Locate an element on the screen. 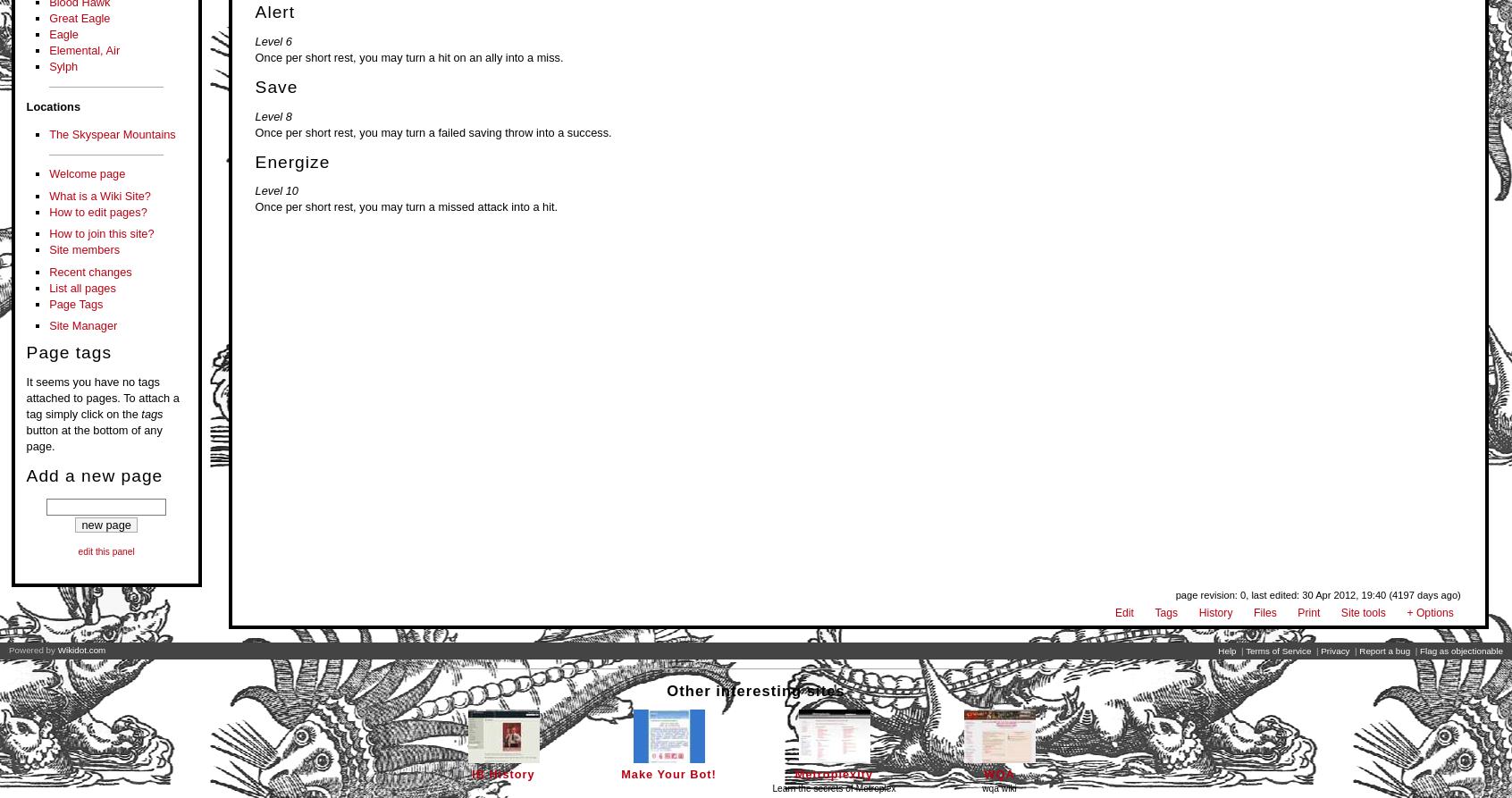 The width and height of the screenshot is (1512, 798). 'Welcome page' is located at coordinates (87, 172).